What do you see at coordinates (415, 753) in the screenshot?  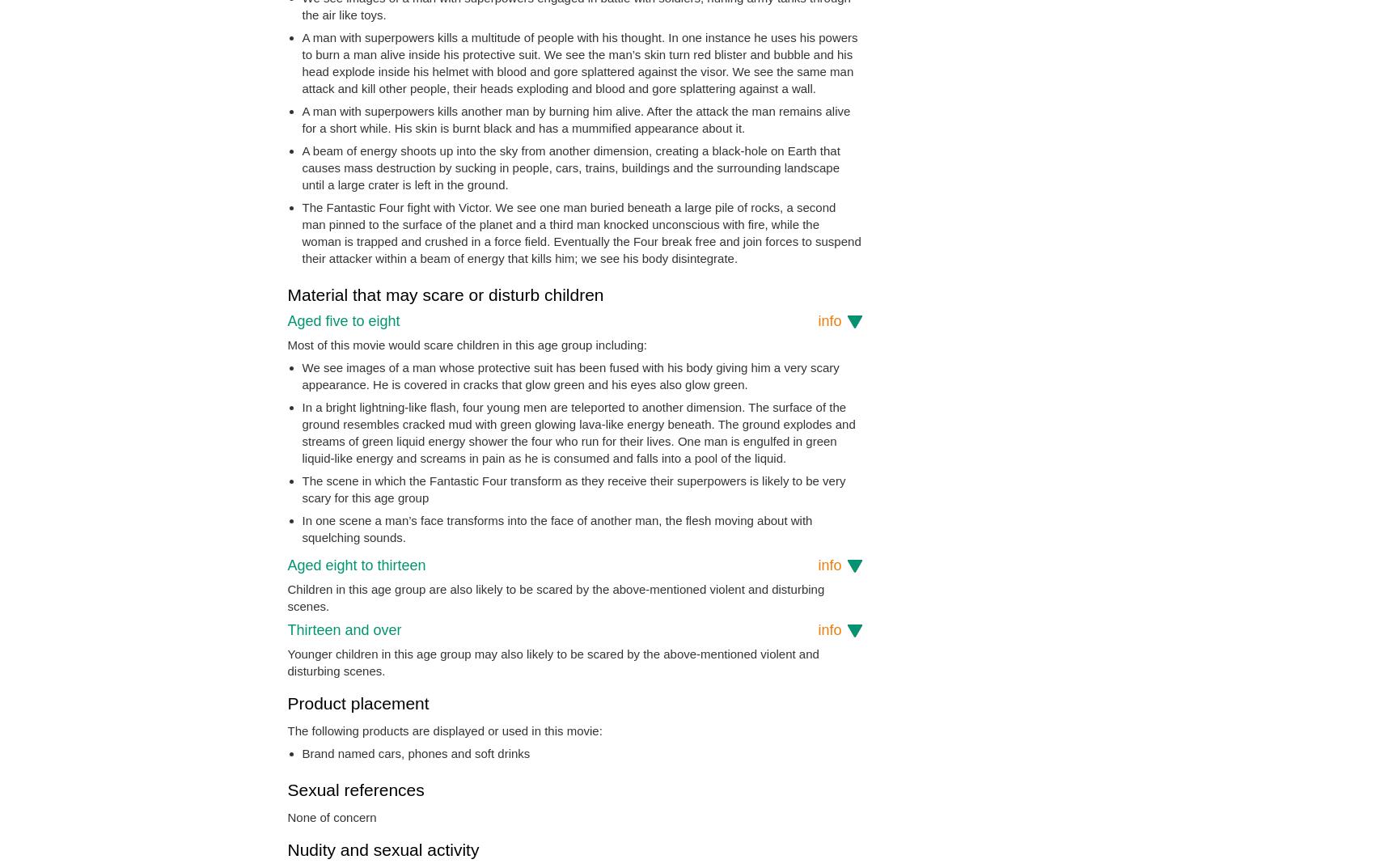 I see `'Brand named cars, phones and soft drinks'` at bounding box center [415, 753].